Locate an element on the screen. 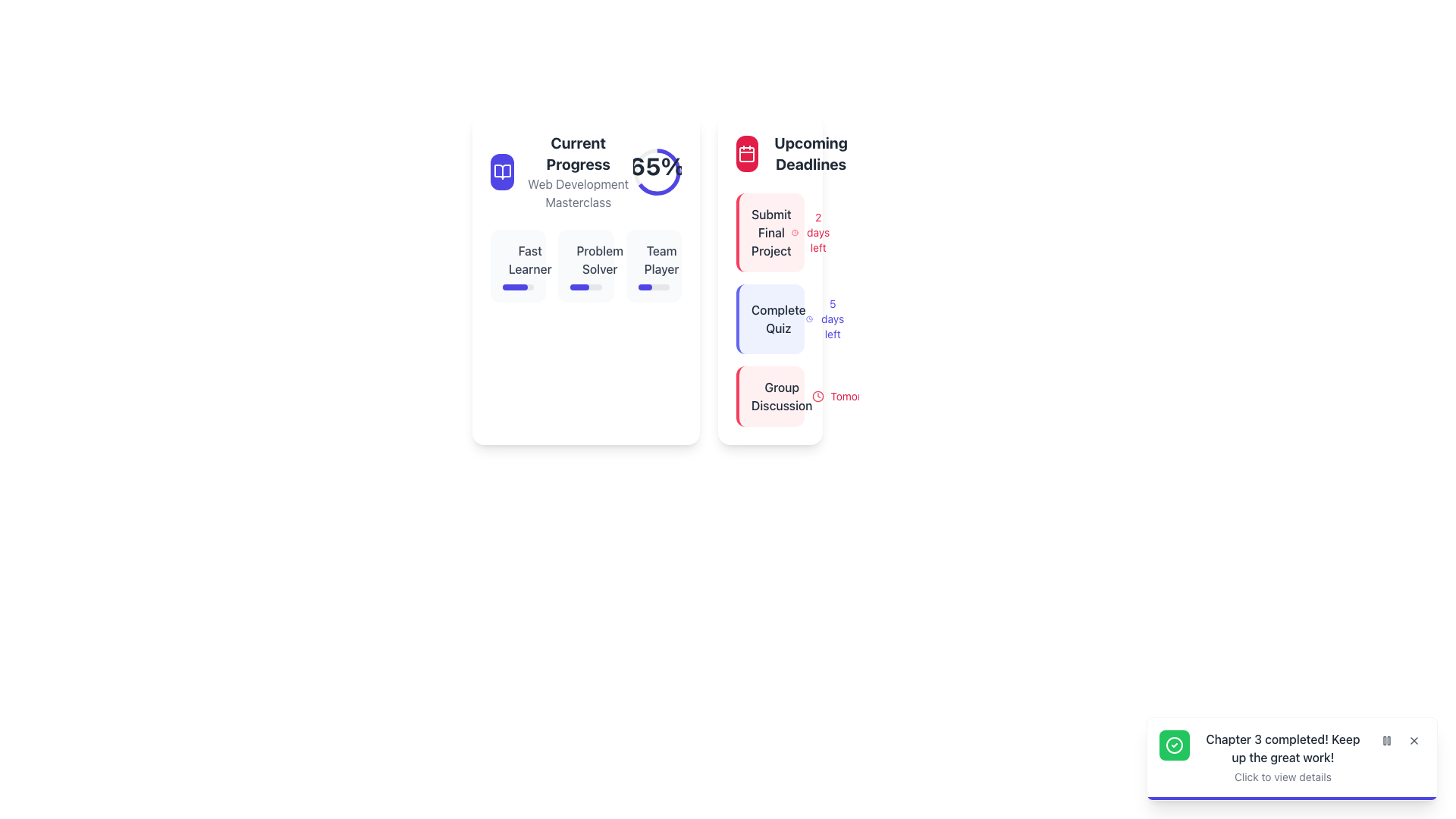  the Circular progress indicator located in the 'Current Progress' card, positioned near the top right alongside the 'Current Progress' label is located at coordinates (657, 171).